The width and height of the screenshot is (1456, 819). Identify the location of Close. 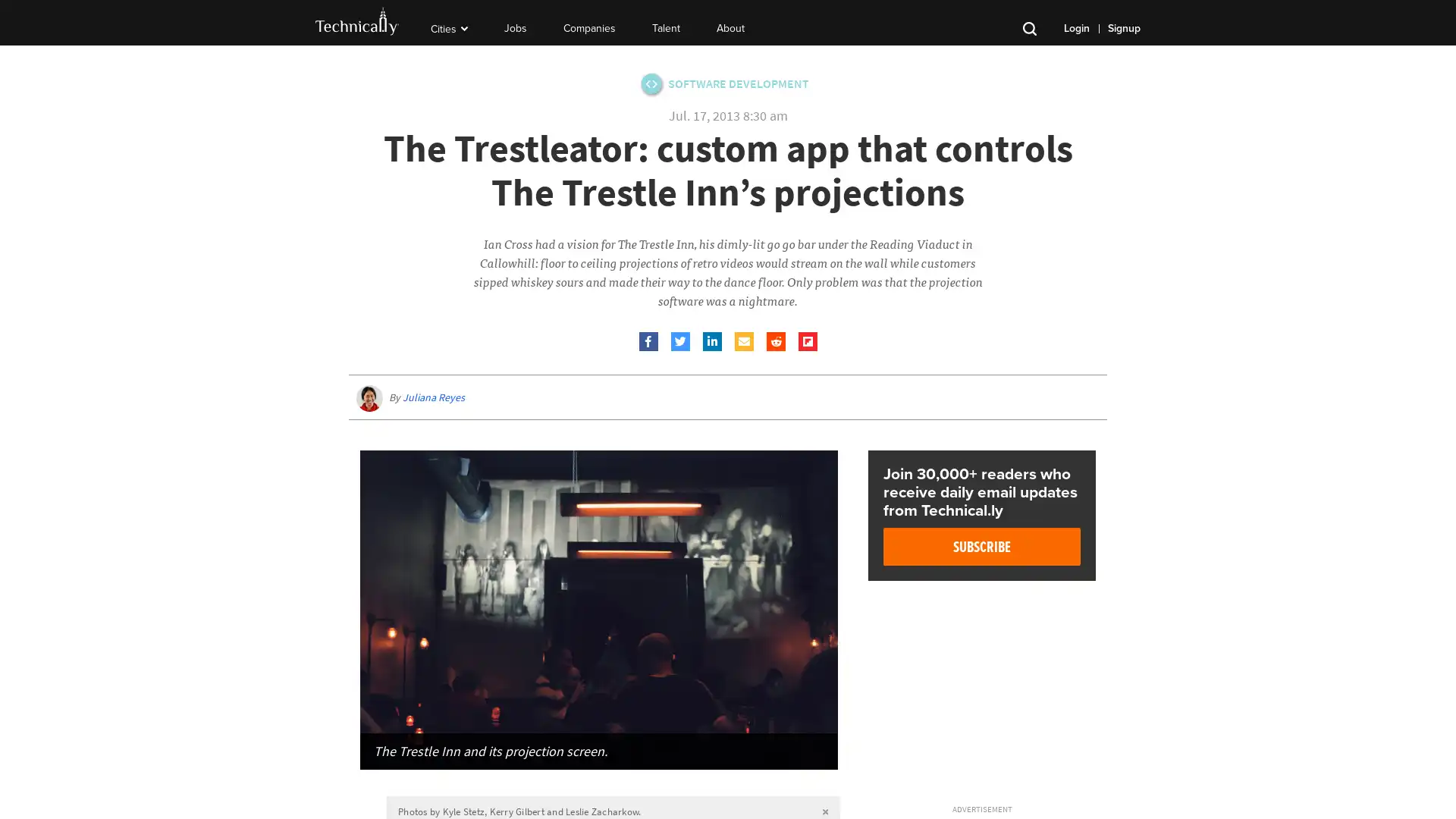
(1008, 783).